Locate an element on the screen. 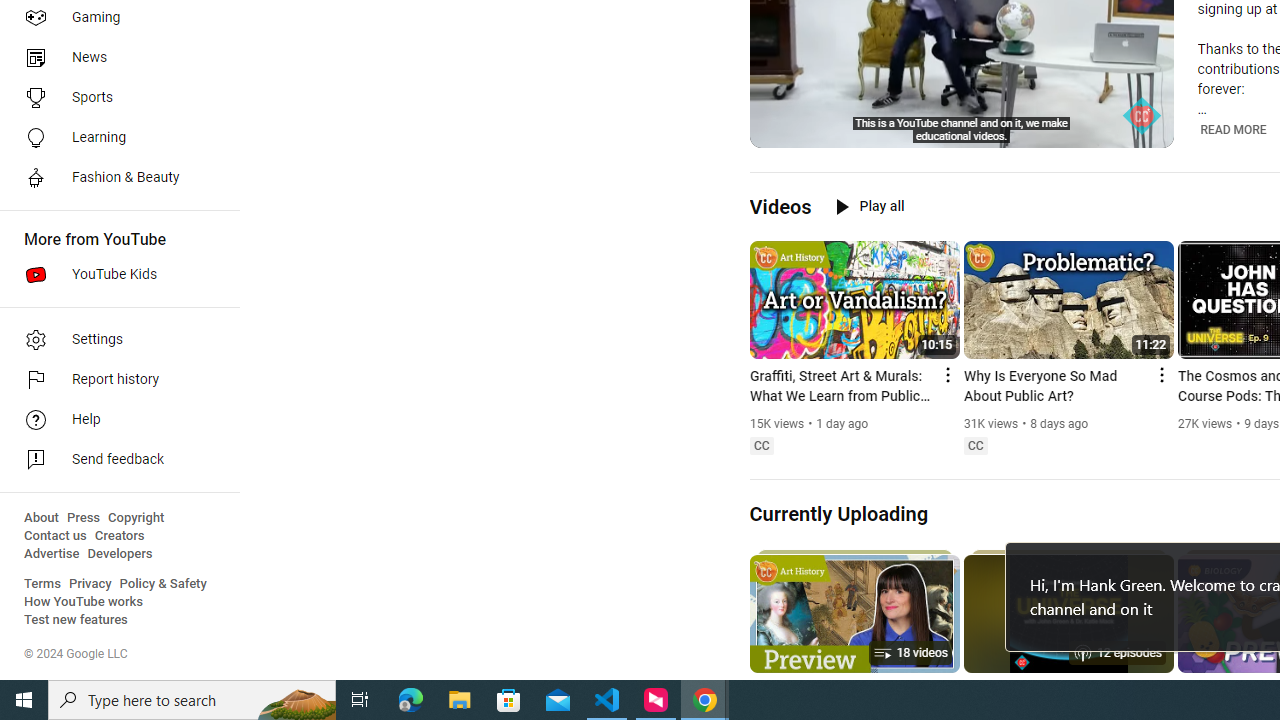 The width and height of the screenshot is (1280, 720). 'YouTube Kids' is located at coordinates (112, 275).